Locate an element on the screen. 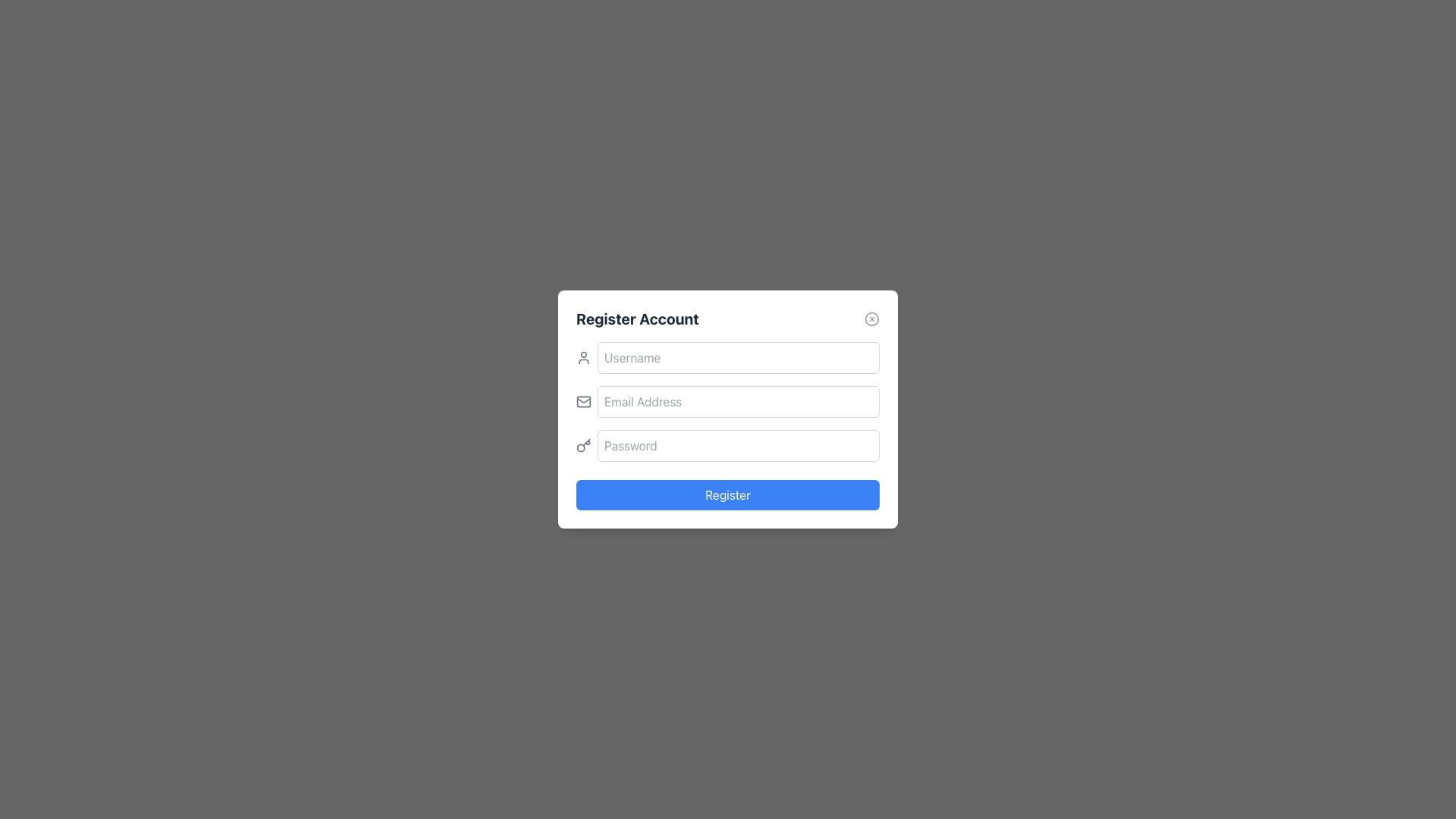 This screenshot has width=1456, height=819. the registration button located below the 'Username', 'Email Address', and 'Password' fields in the white box with the header 'Register Account' is located at coordinates (728, 494).